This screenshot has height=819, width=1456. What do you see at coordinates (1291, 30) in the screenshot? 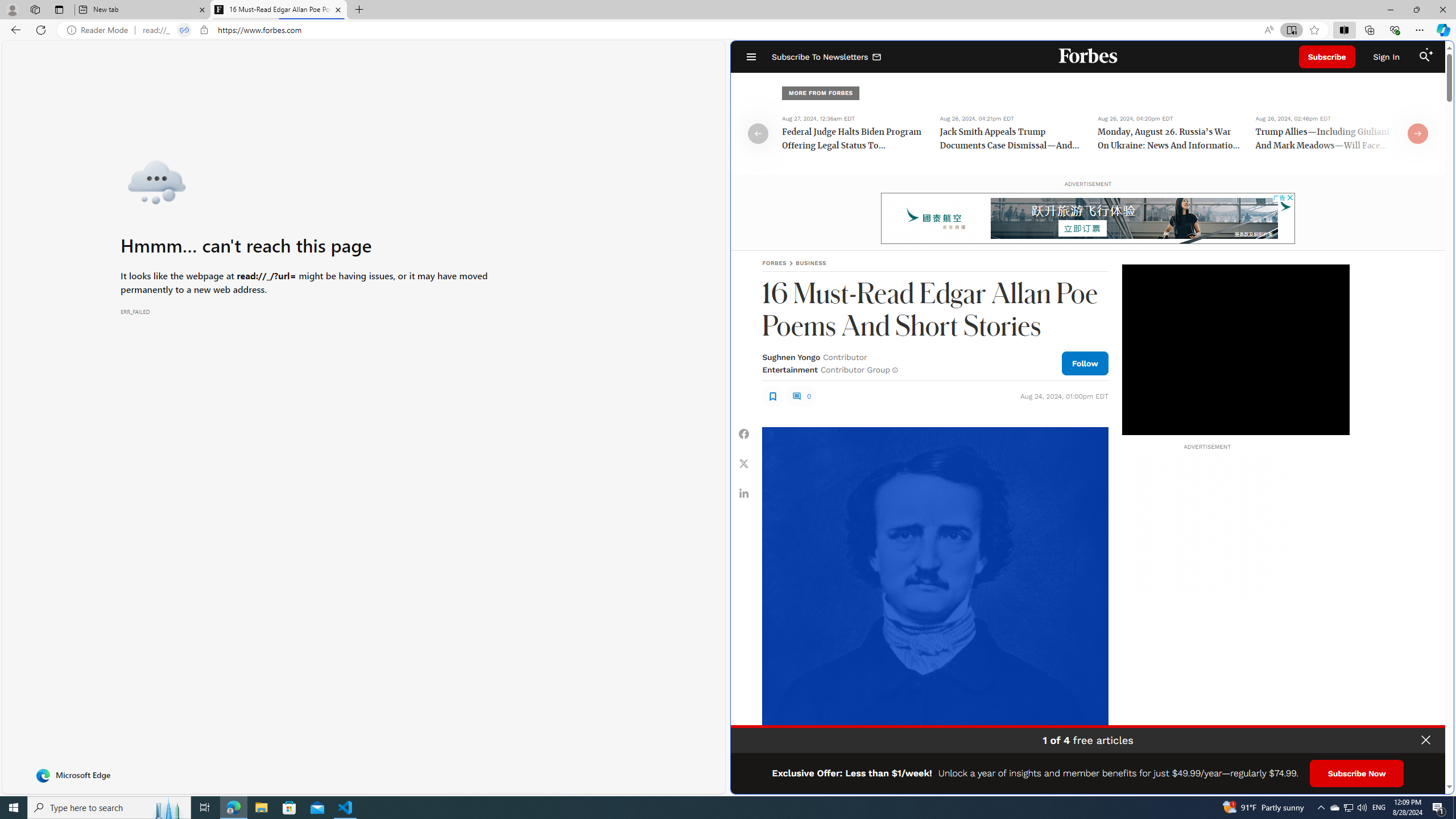
I see `'Enter Immersive Reader (F9)'` at bounding box center [1291, 30].